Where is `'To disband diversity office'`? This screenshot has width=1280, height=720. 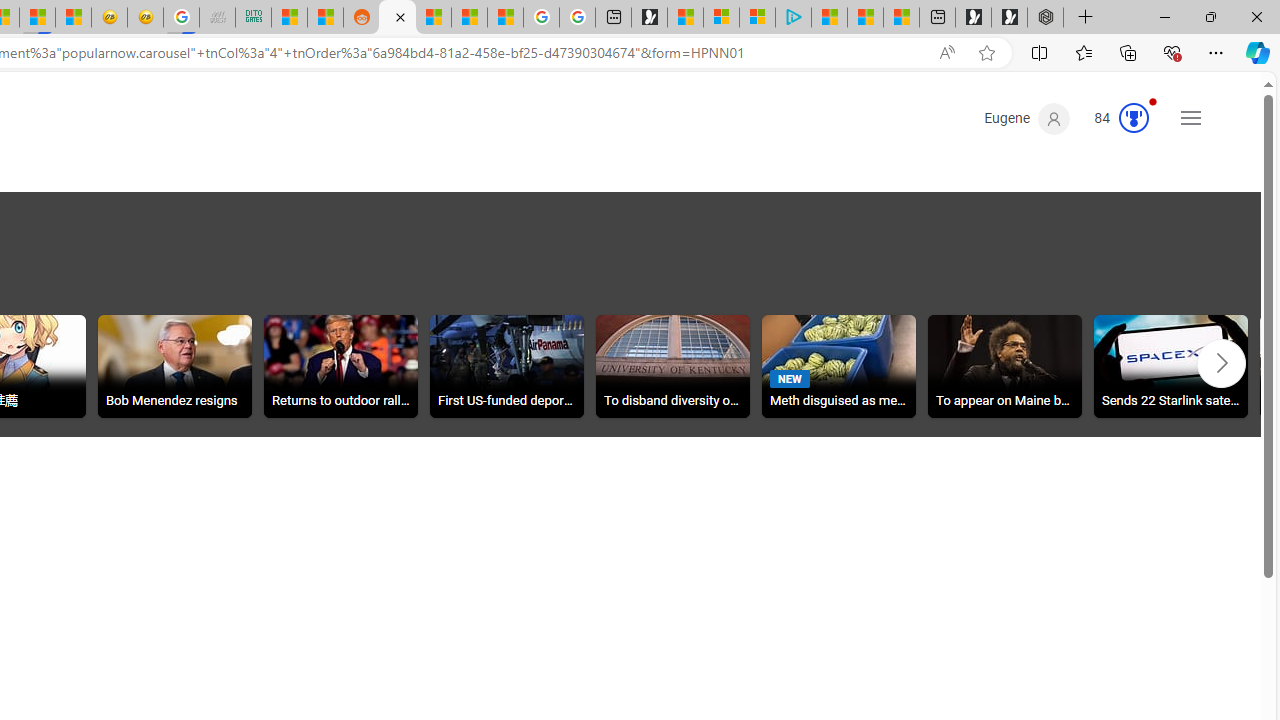
'To disband diversity office' is located at coordinates (673, 369).